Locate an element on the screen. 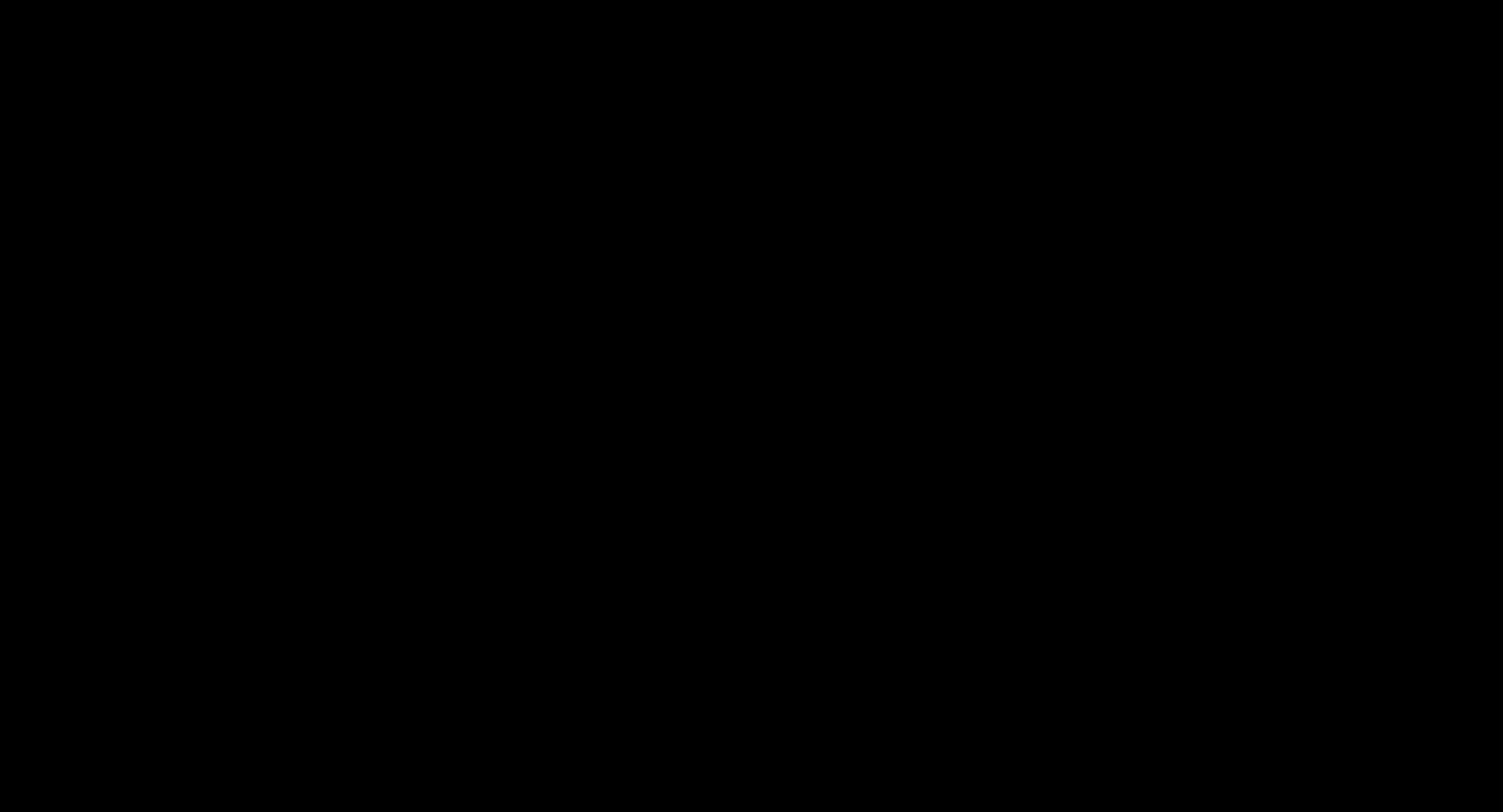  'UPDATE (22' is located at coordinates (532, 119).